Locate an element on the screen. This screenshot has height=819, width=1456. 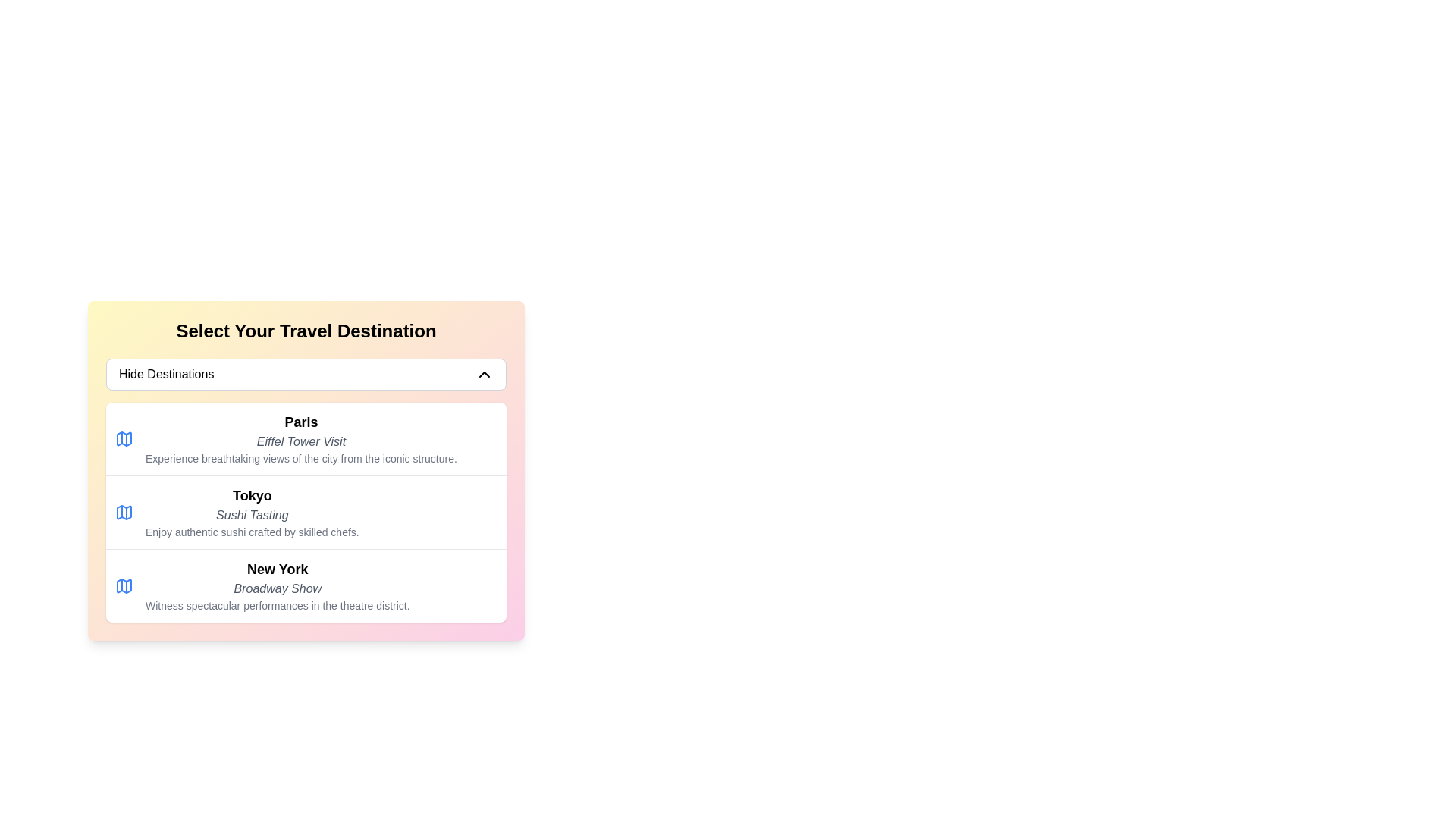
the static text label that describes the activity 'Broadway Show', positioned below 'New York' and above the descriptive text about performances is located at coordinates (278, 588).